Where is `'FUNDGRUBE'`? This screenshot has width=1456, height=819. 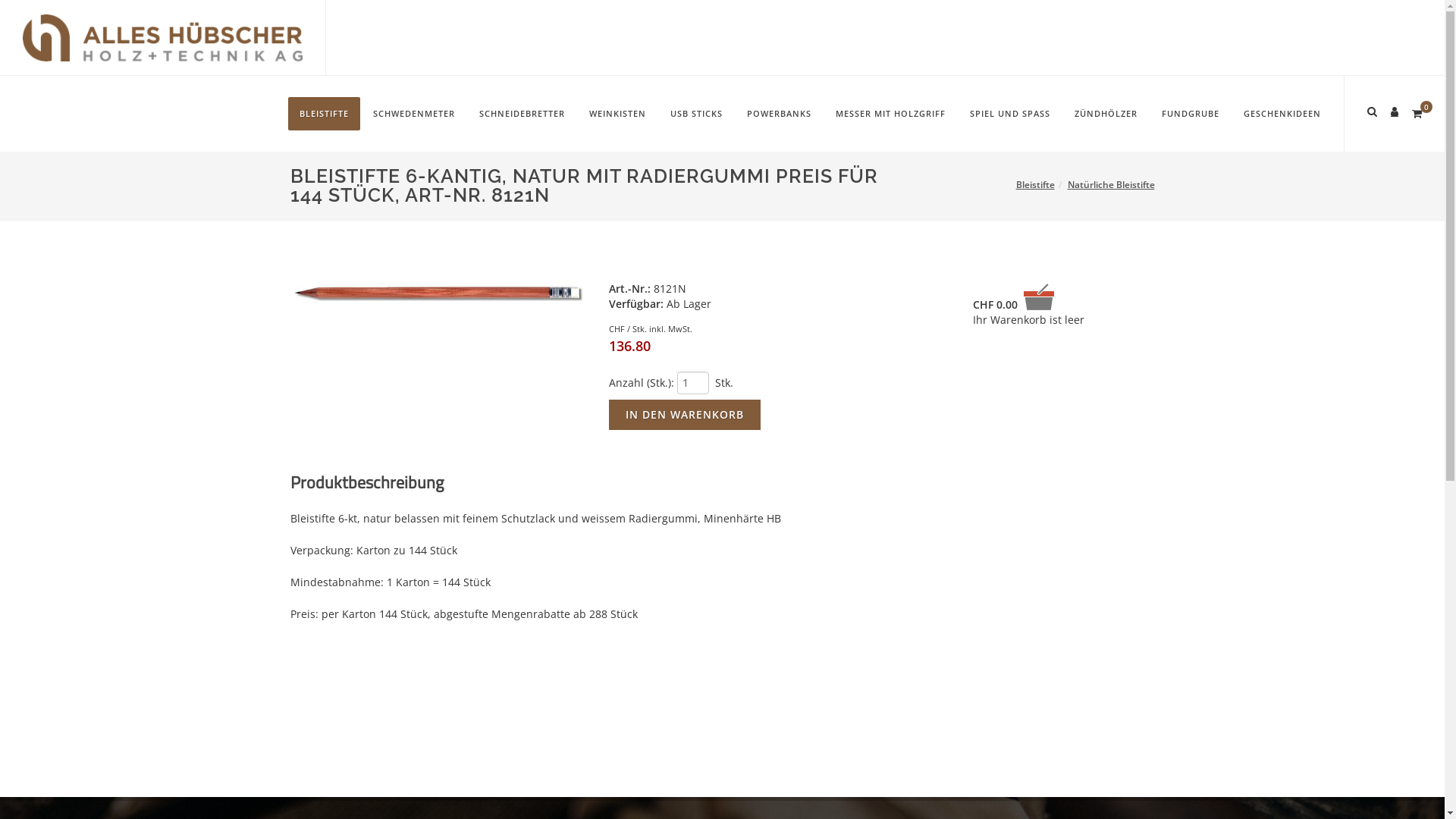
'FUNDGRUBE' is located at coordinates (1189, 113).